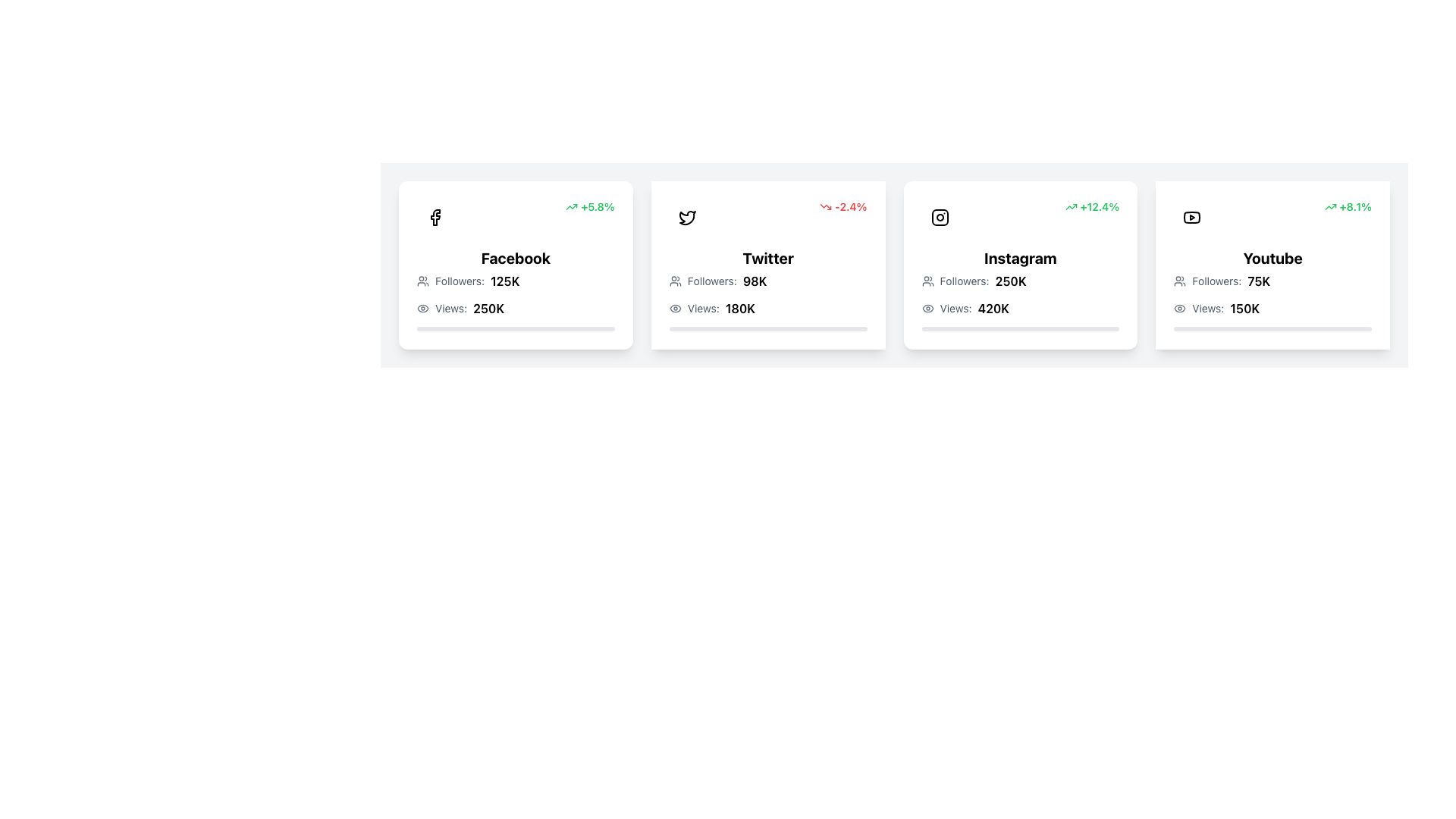 Image resolution: width=1456 pixels, height=819 pixels. I want to click on the static text label reading 'Followers:' which is styled in gray and positioned next to a user icon and before the bold number '125K' in the social media analytics section, so click(459, 281).